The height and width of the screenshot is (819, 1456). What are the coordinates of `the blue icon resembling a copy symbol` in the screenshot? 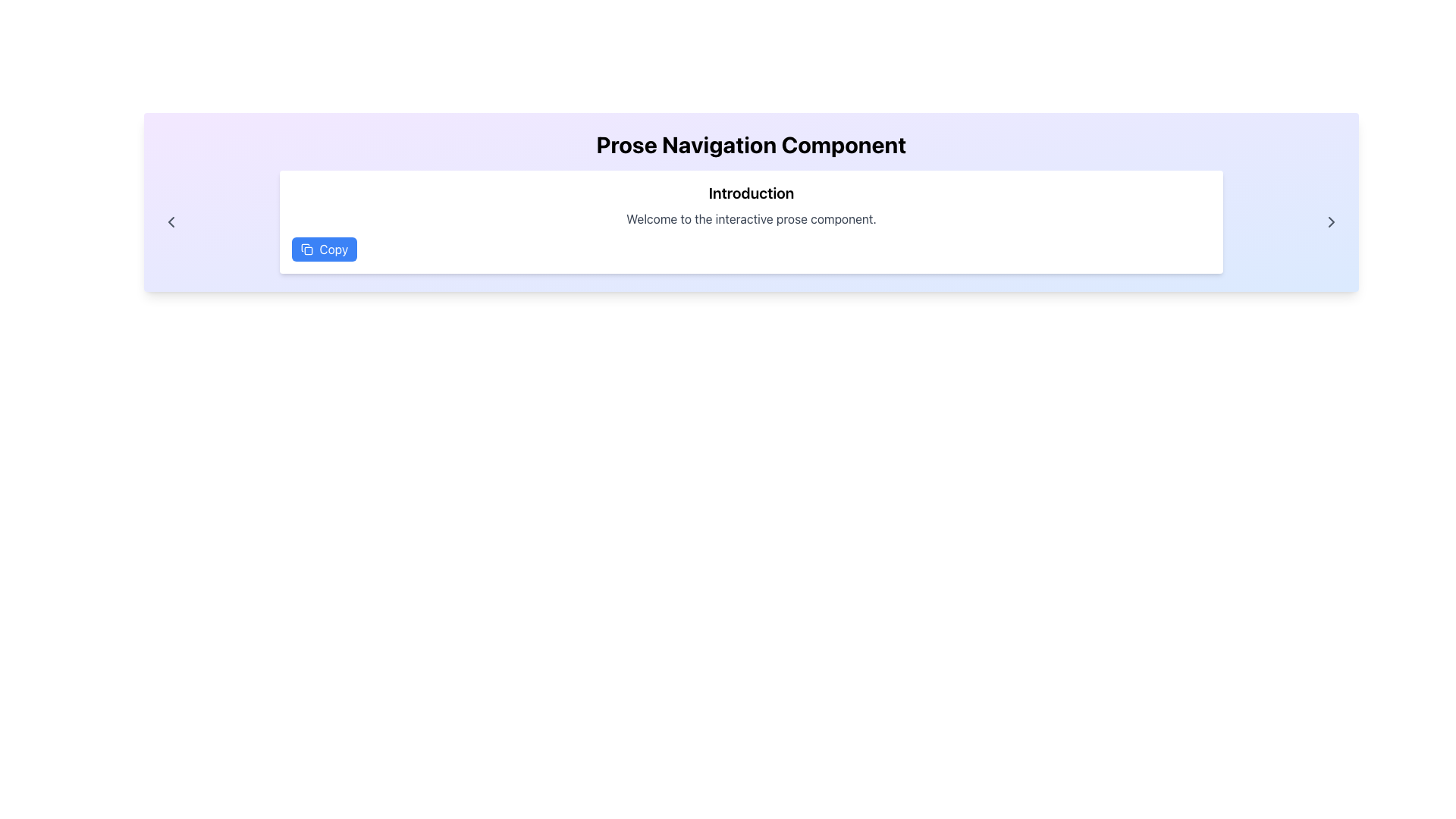 It's located at (306, 248).